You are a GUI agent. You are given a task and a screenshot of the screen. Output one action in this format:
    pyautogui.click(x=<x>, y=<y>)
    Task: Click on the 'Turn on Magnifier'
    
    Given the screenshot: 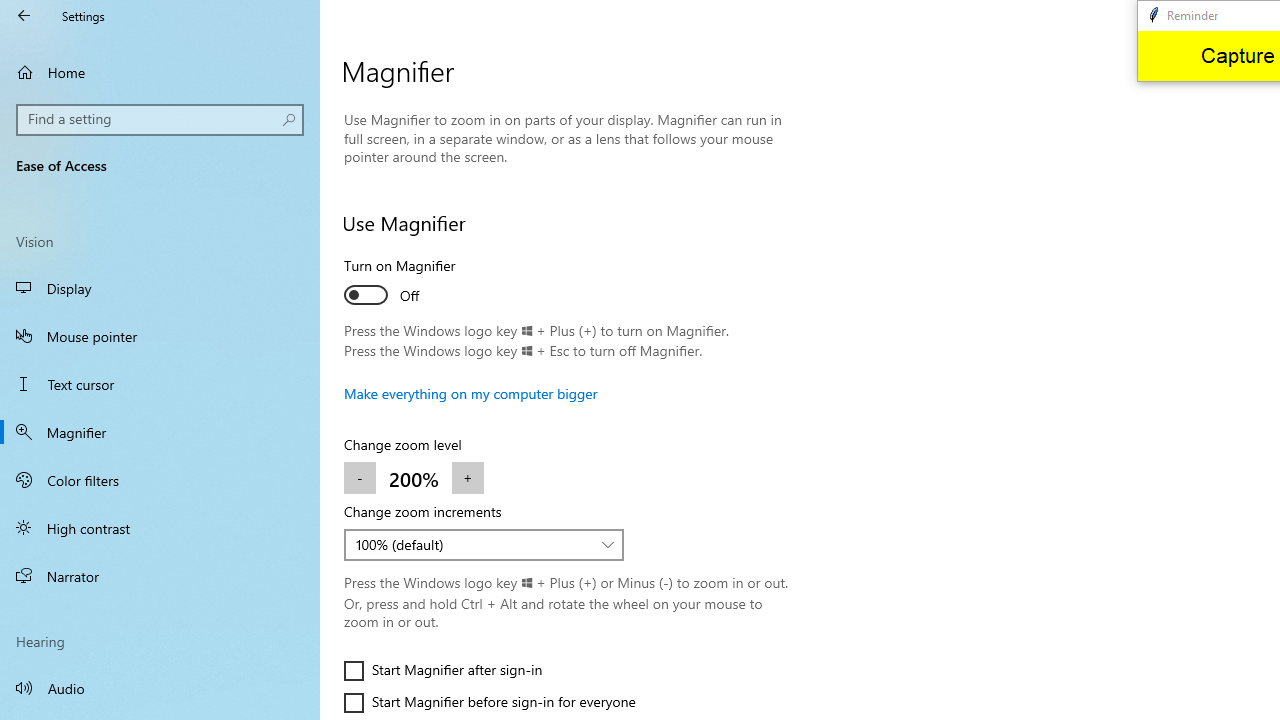 What is the action you would take?
    pyautogui.click(x=416, y=283)
    